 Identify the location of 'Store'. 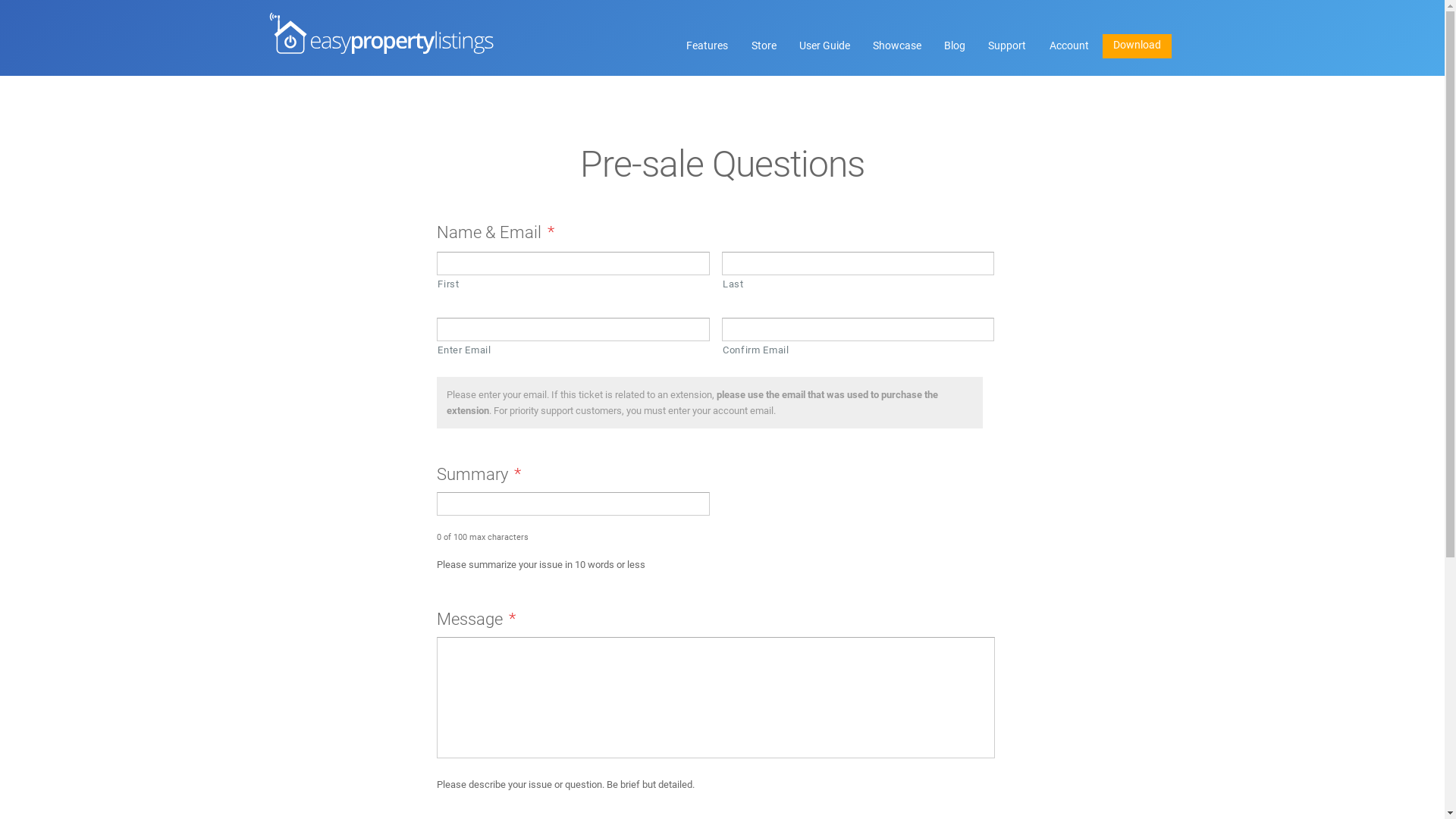
(742, 45).